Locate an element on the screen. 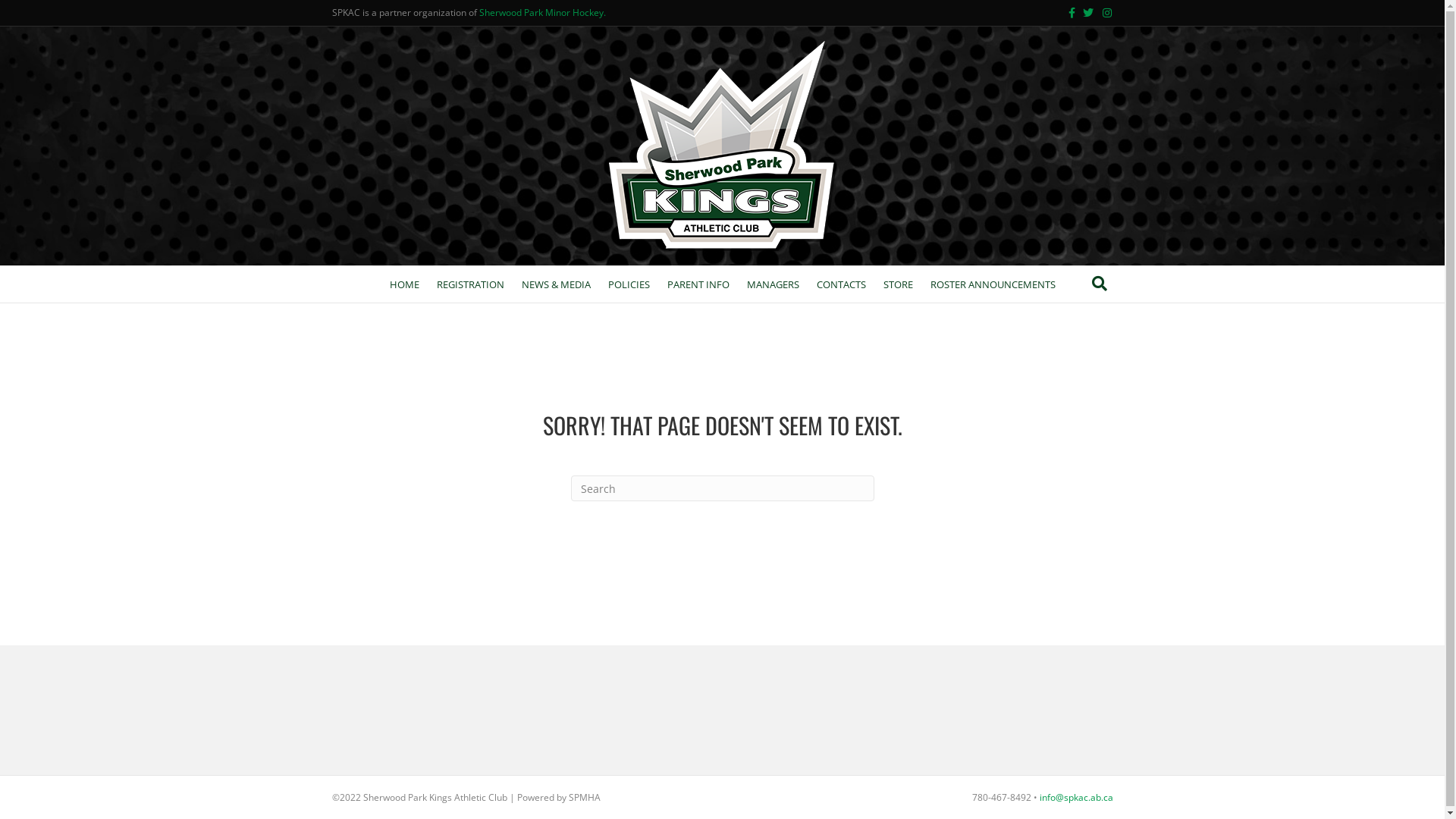 The width and height of the screenshot is (1456, 819). 'REGISTRATION' is located at coordinates (469, 284).